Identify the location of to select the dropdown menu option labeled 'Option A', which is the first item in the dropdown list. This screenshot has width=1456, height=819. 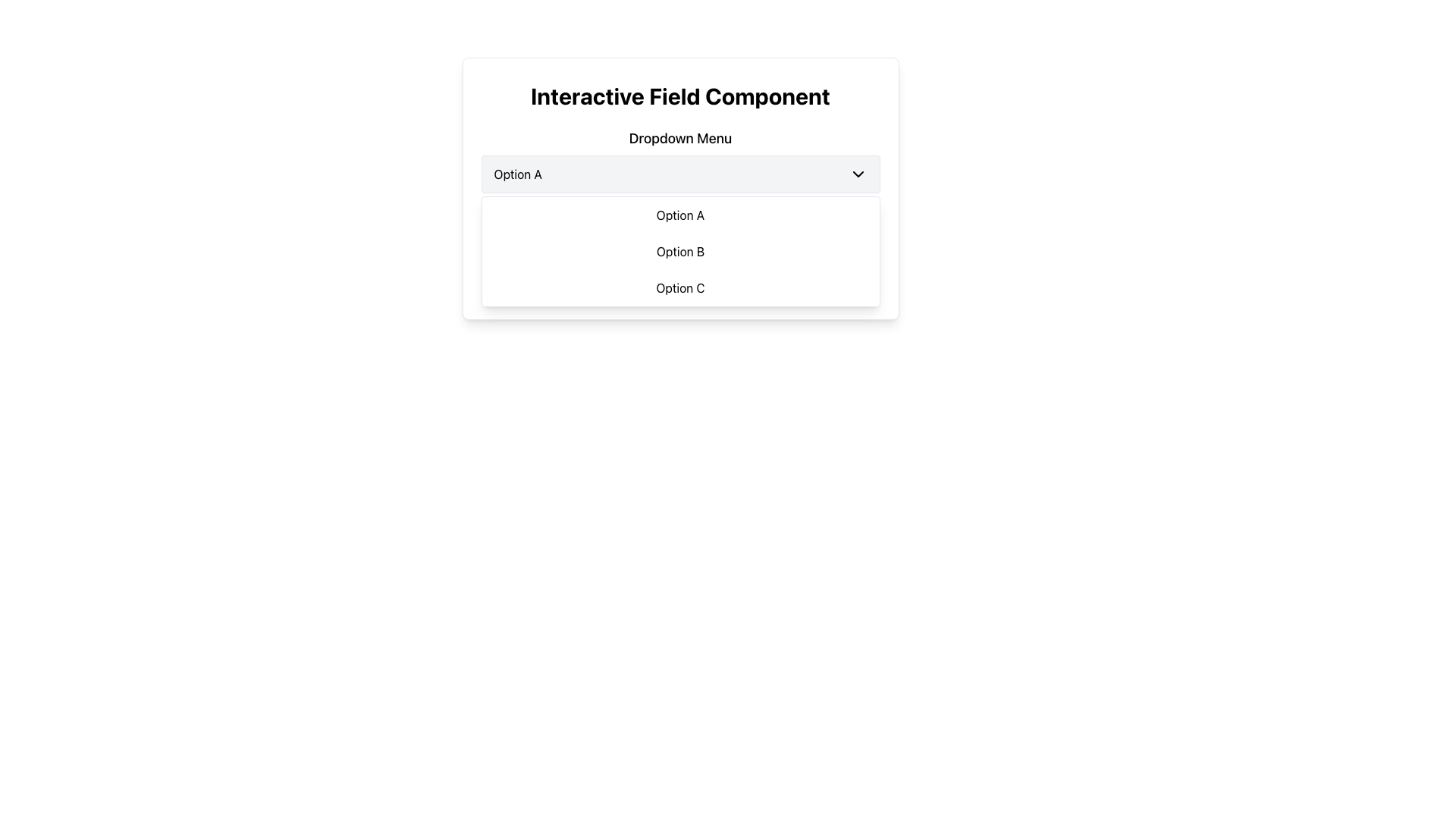
(679, 220).